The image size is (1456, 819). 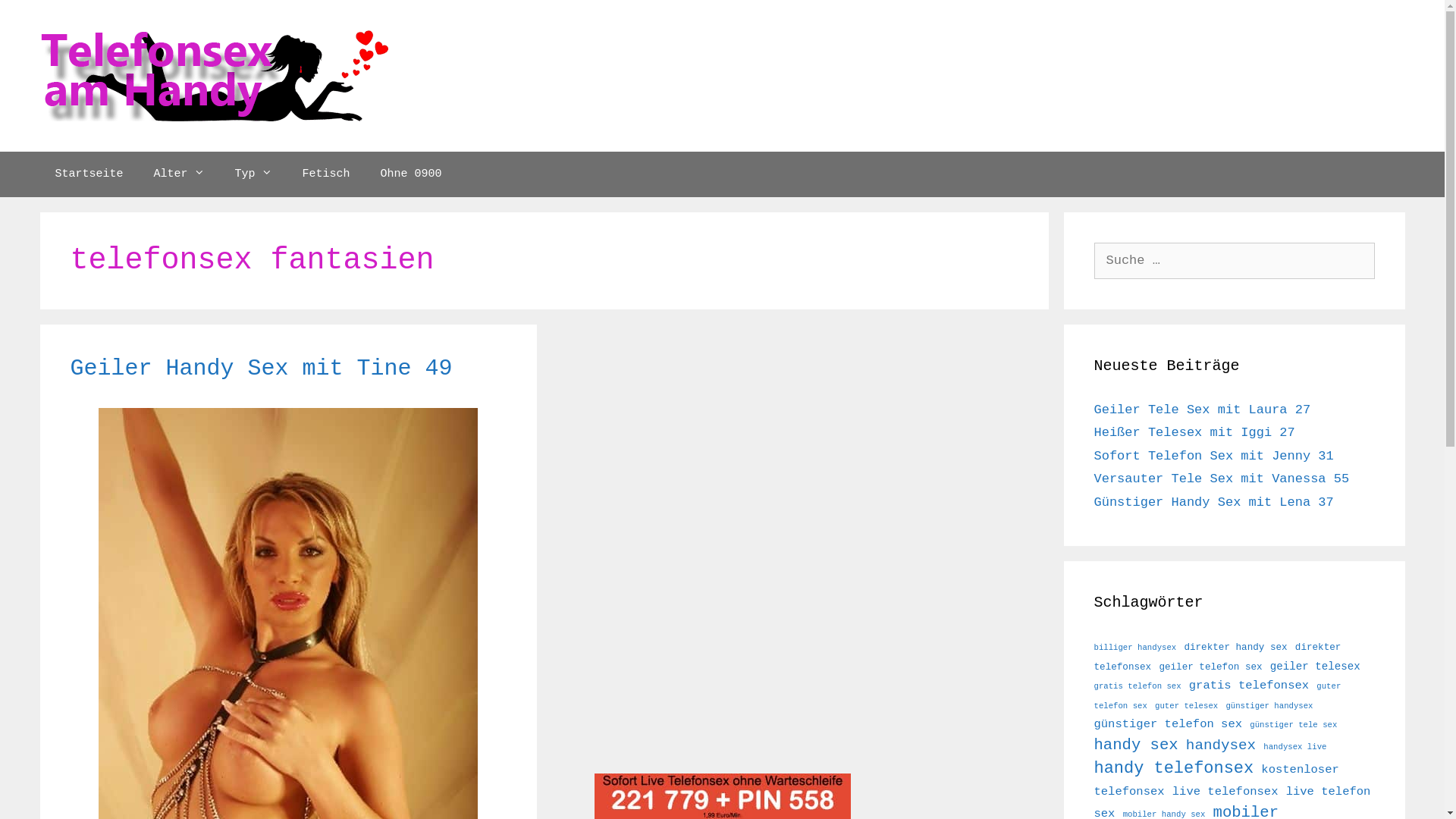 What do you see at coordinates (1135, 743) in the screenshot?
I see `'handy sex'` at bounding box center [1135, 743].